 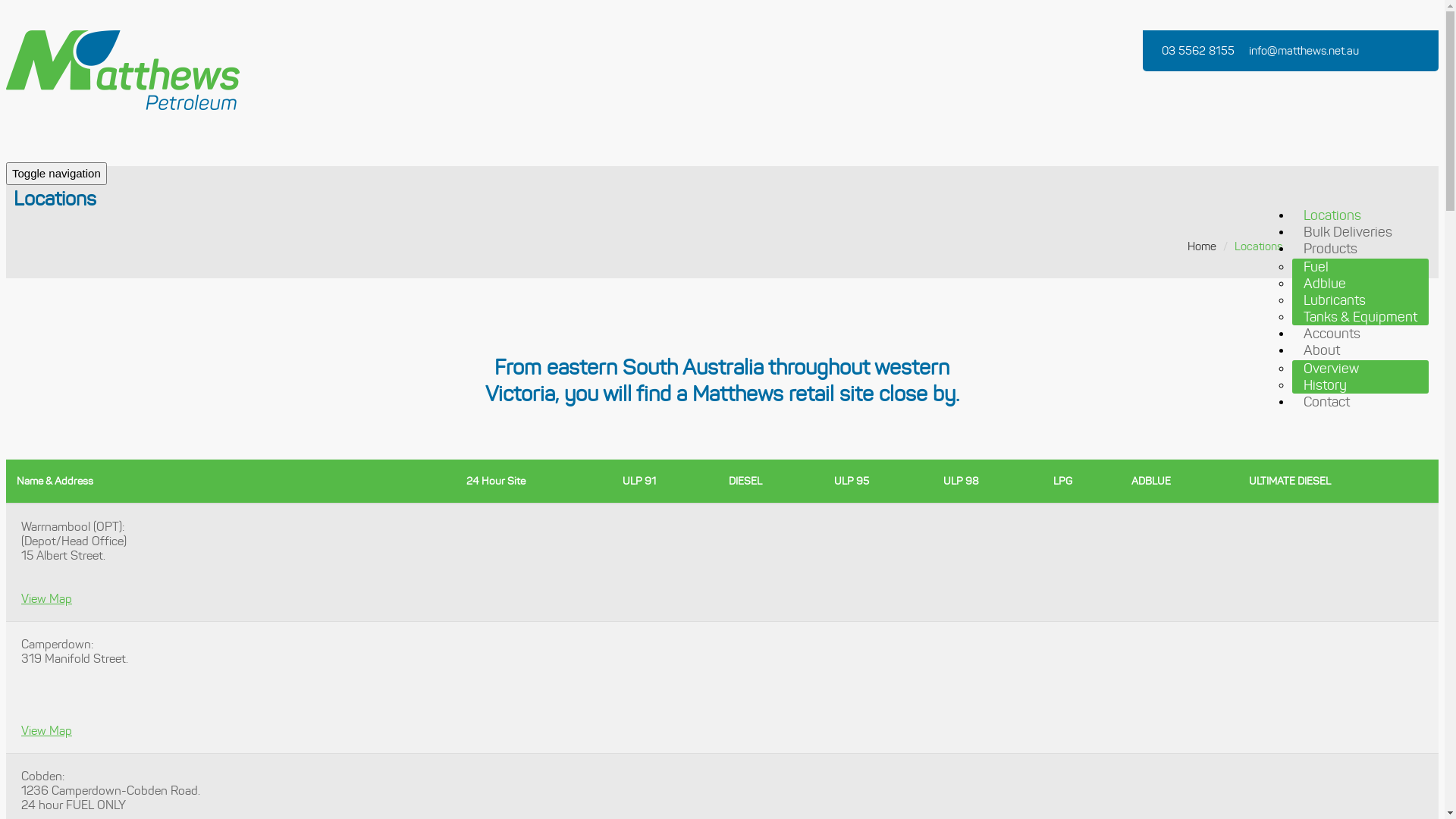 I want to click on 'Adblue', so click(x=1291, y=284).